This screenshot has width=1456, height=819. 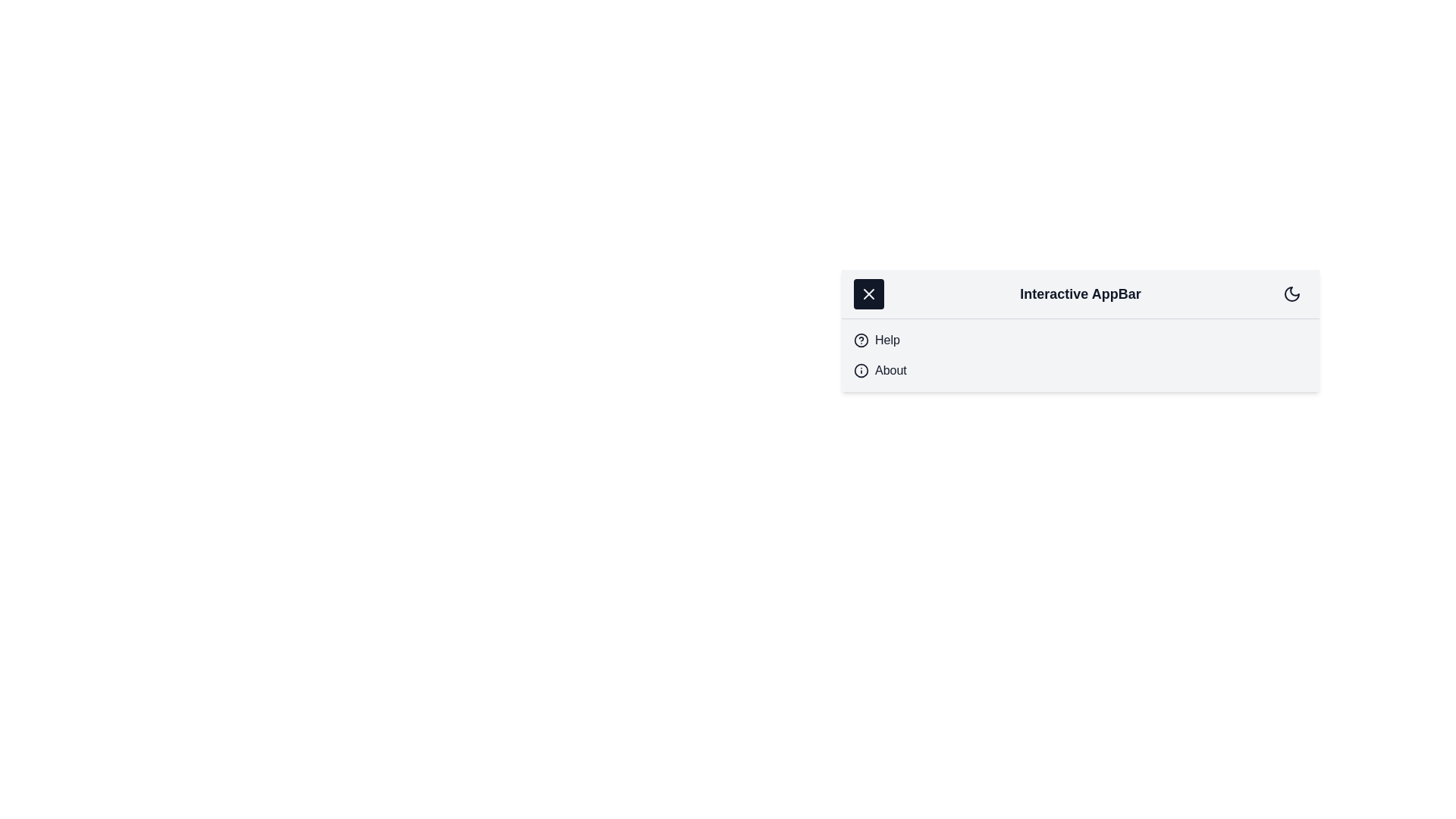 I want to click on the menu toggle button to toggle the menu visibility, so click(x=869, y=294).